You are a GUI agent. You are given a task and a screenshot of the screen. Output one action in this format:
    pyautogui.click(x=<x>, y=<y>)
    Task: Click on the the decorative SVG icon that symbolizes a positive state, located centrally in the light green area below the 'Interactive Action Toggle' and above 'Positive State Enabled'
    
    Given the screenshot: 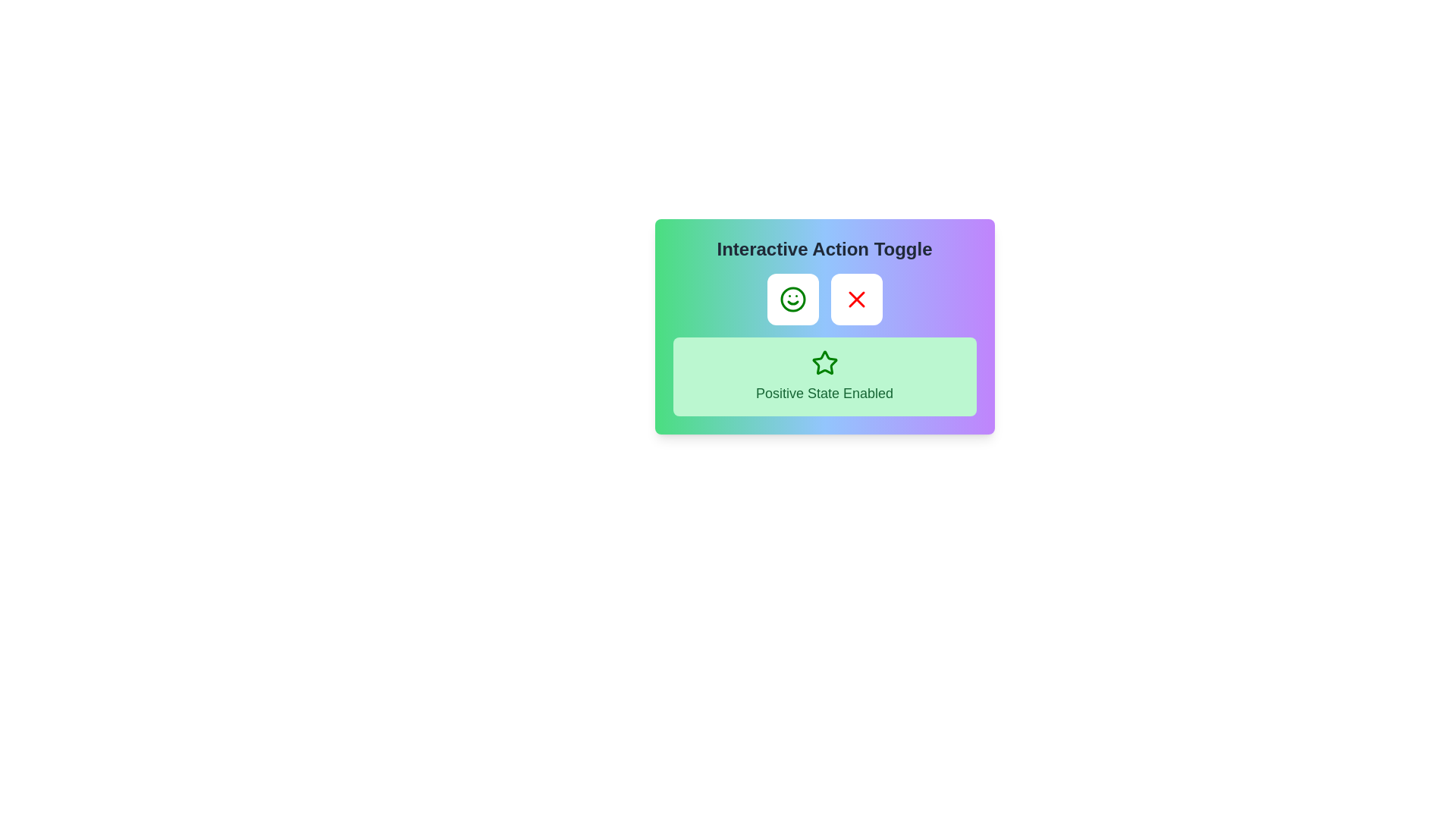 What is the action you would take?
    pyautogui.click(x=824, y=362)
    